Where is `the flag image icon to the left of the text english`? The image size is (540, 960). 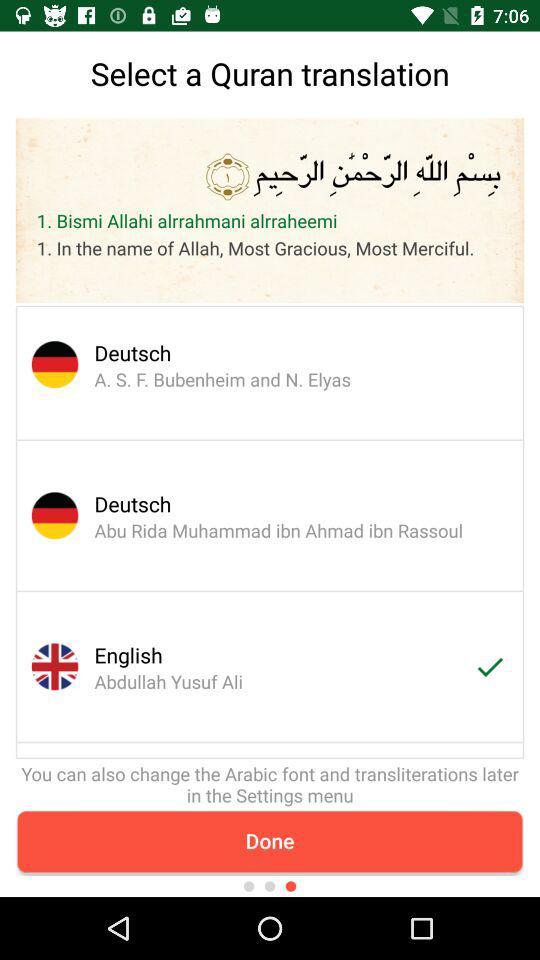 the flag image icon to the left of the text english is located at coordinates (47, 667).